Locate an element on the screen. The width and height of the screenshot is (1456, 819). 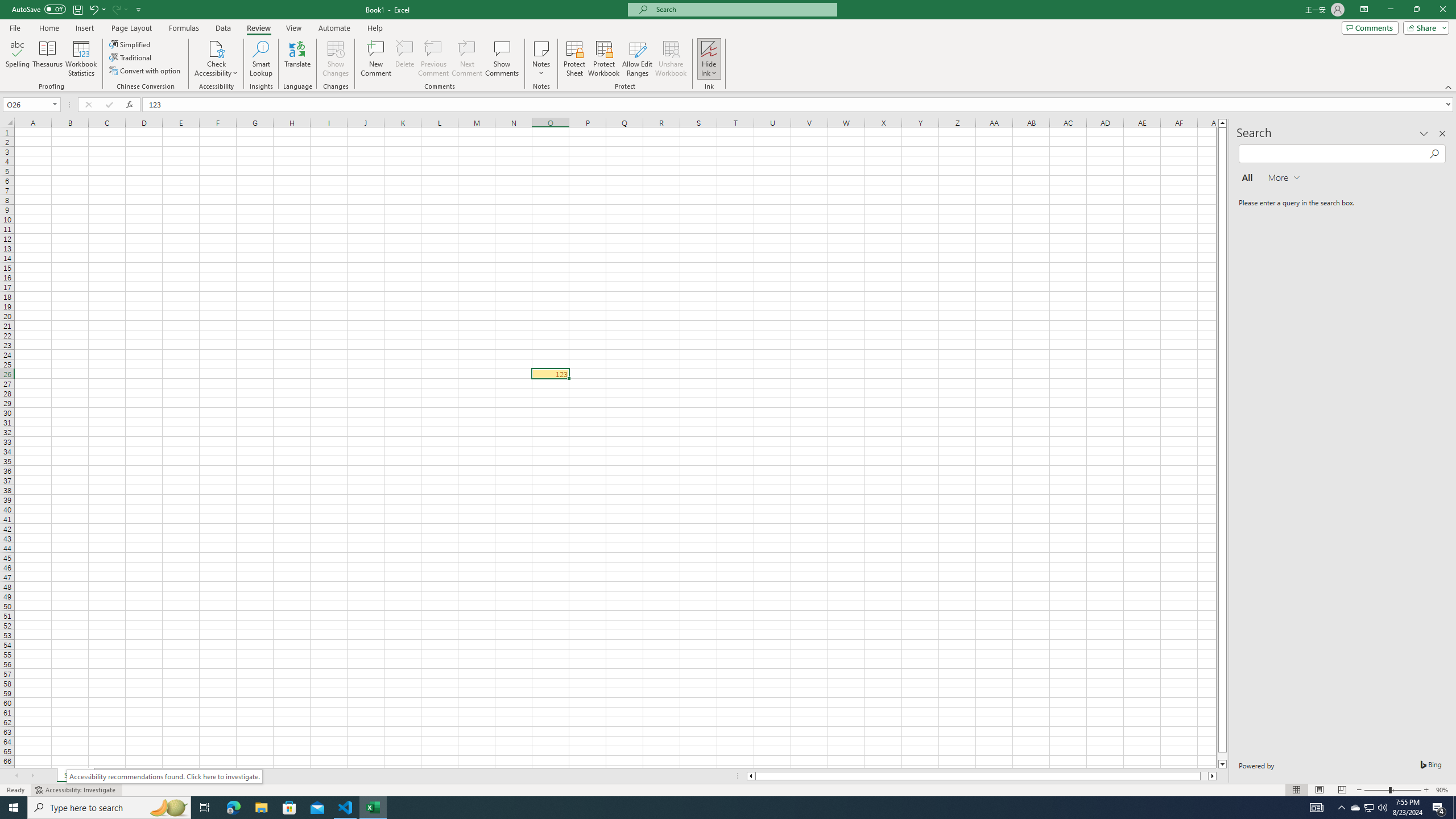
'Show Comments' is located at coordinates (500, 59).